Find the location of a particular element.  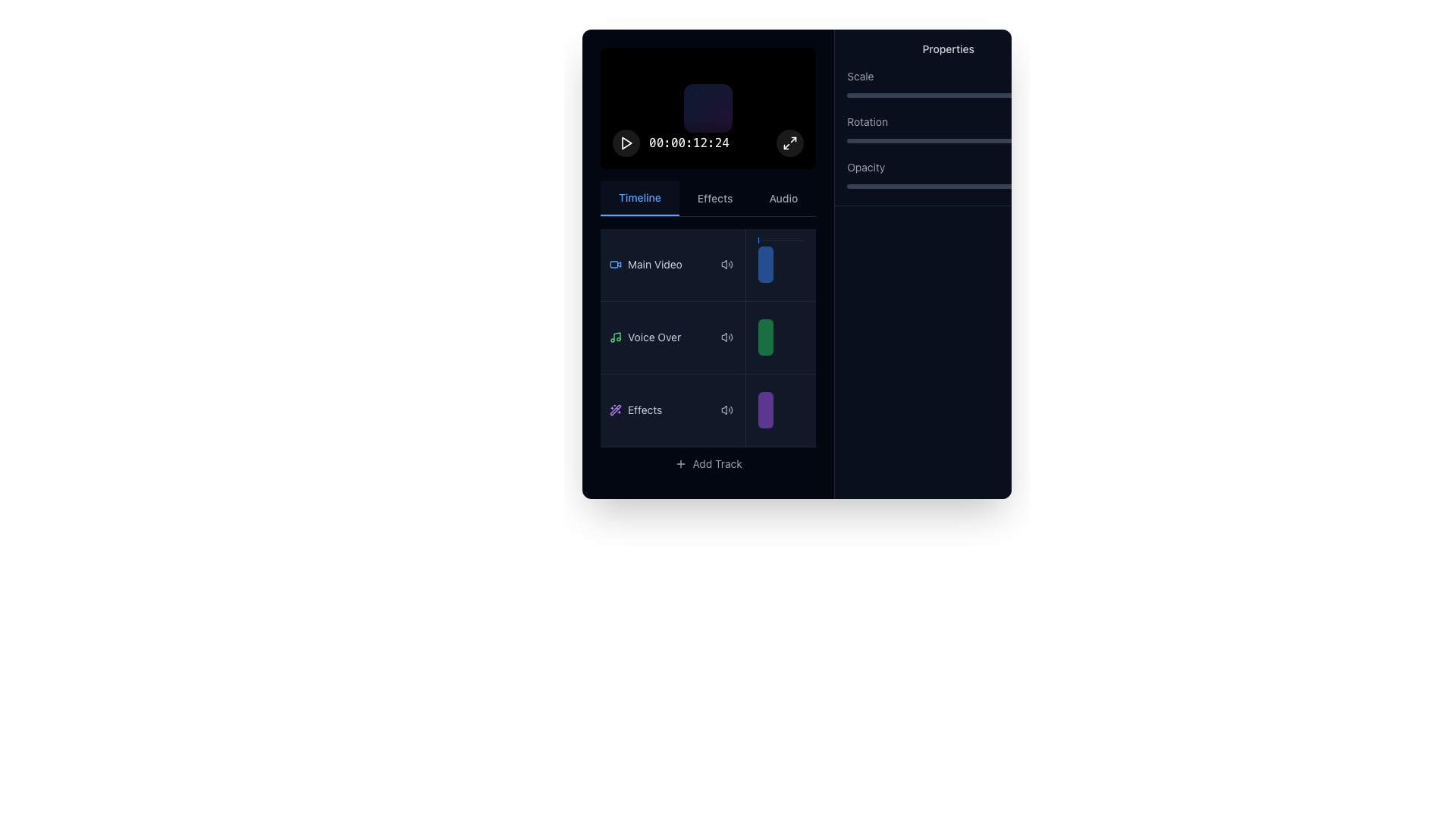

the visual handle located in the second row labeled 'Voice Over' in the timeline panel, aligned on the far right is located at coordinates (766, 337).